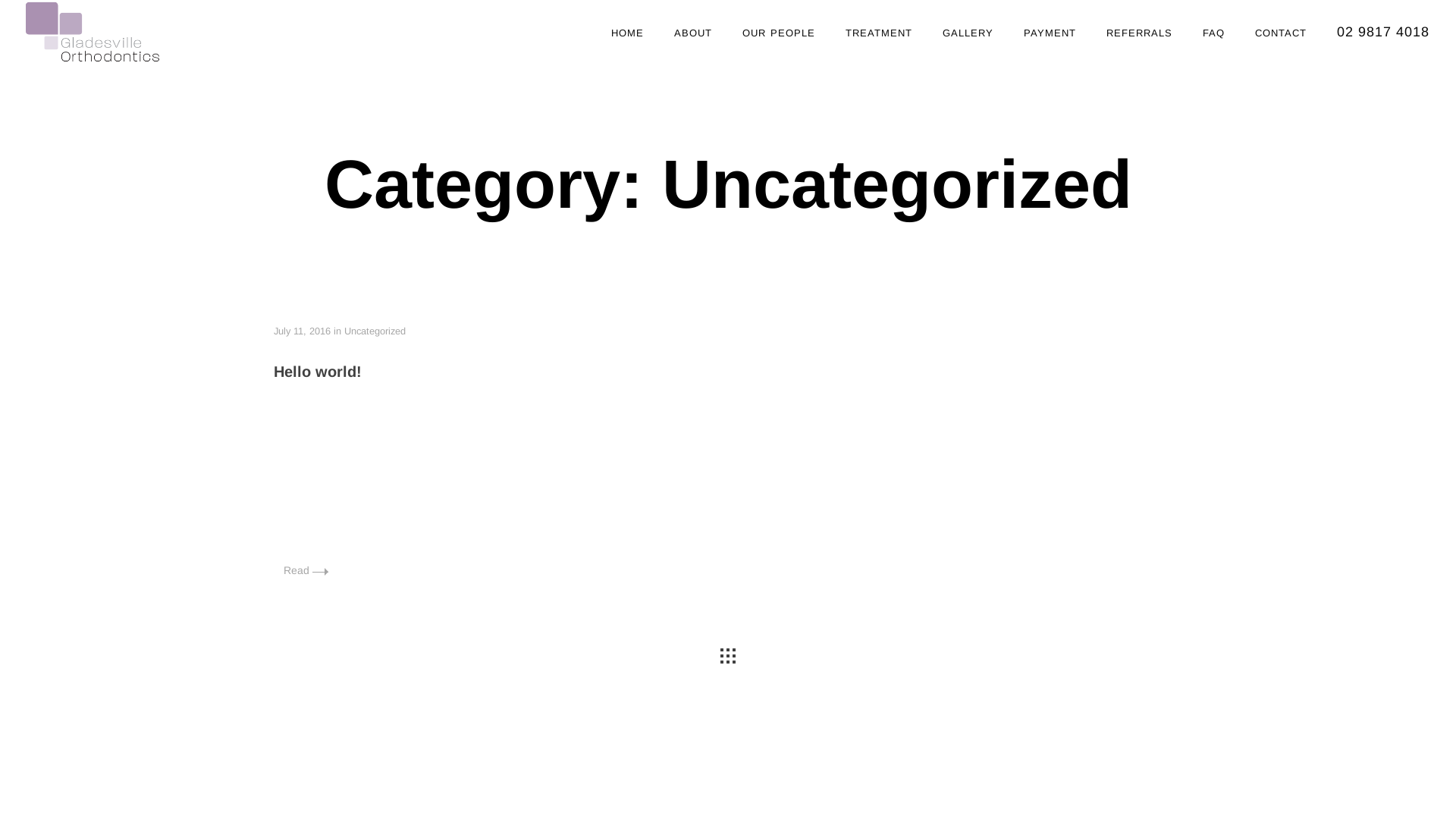 This screenshot has width=1456, height=819. Describe the element at coordinates (692, 32) in the screenshot. I see `'about'` at that location.